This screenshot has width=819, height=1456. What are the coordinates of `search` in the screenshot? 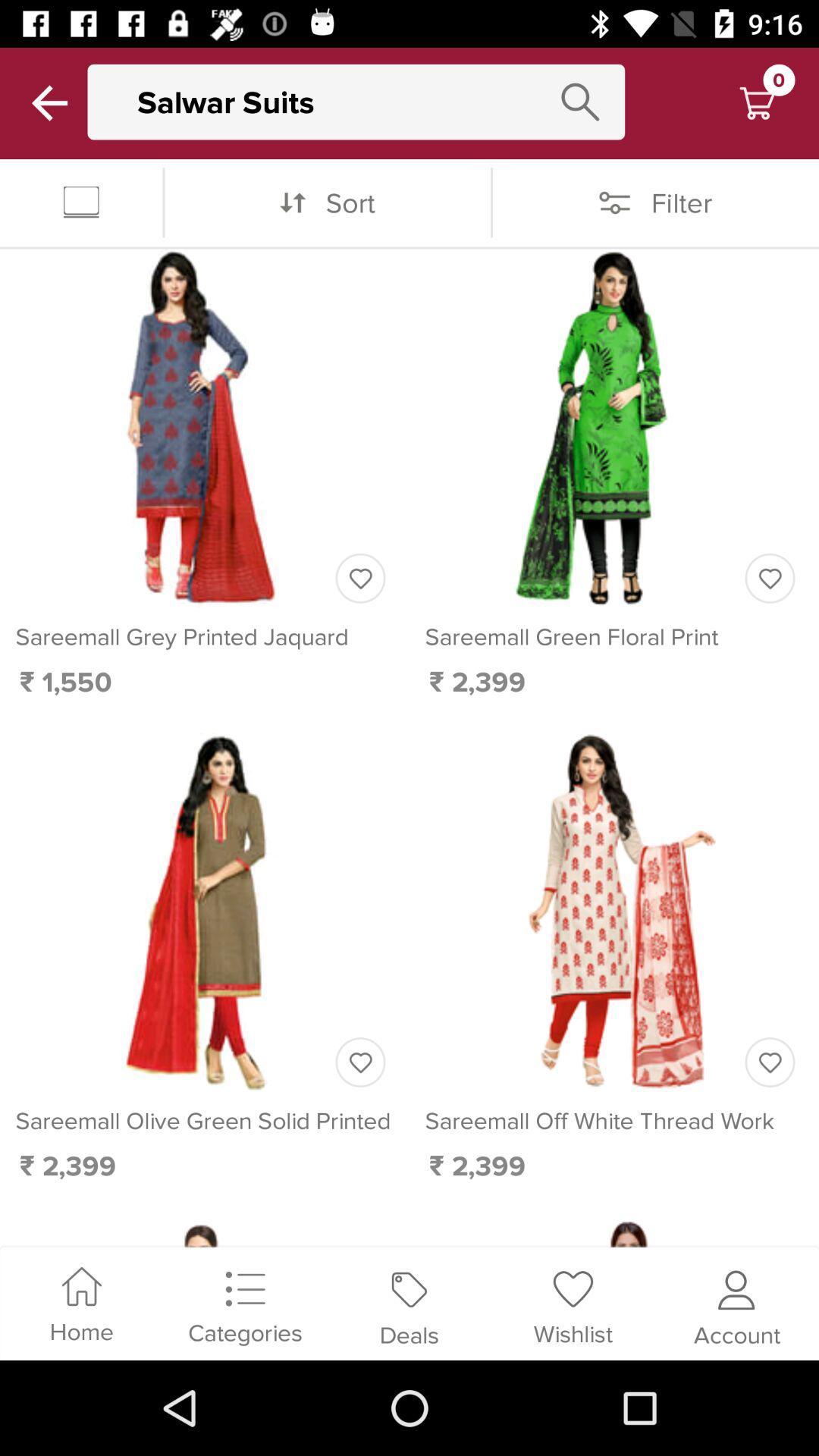 It's located at (580, 101).